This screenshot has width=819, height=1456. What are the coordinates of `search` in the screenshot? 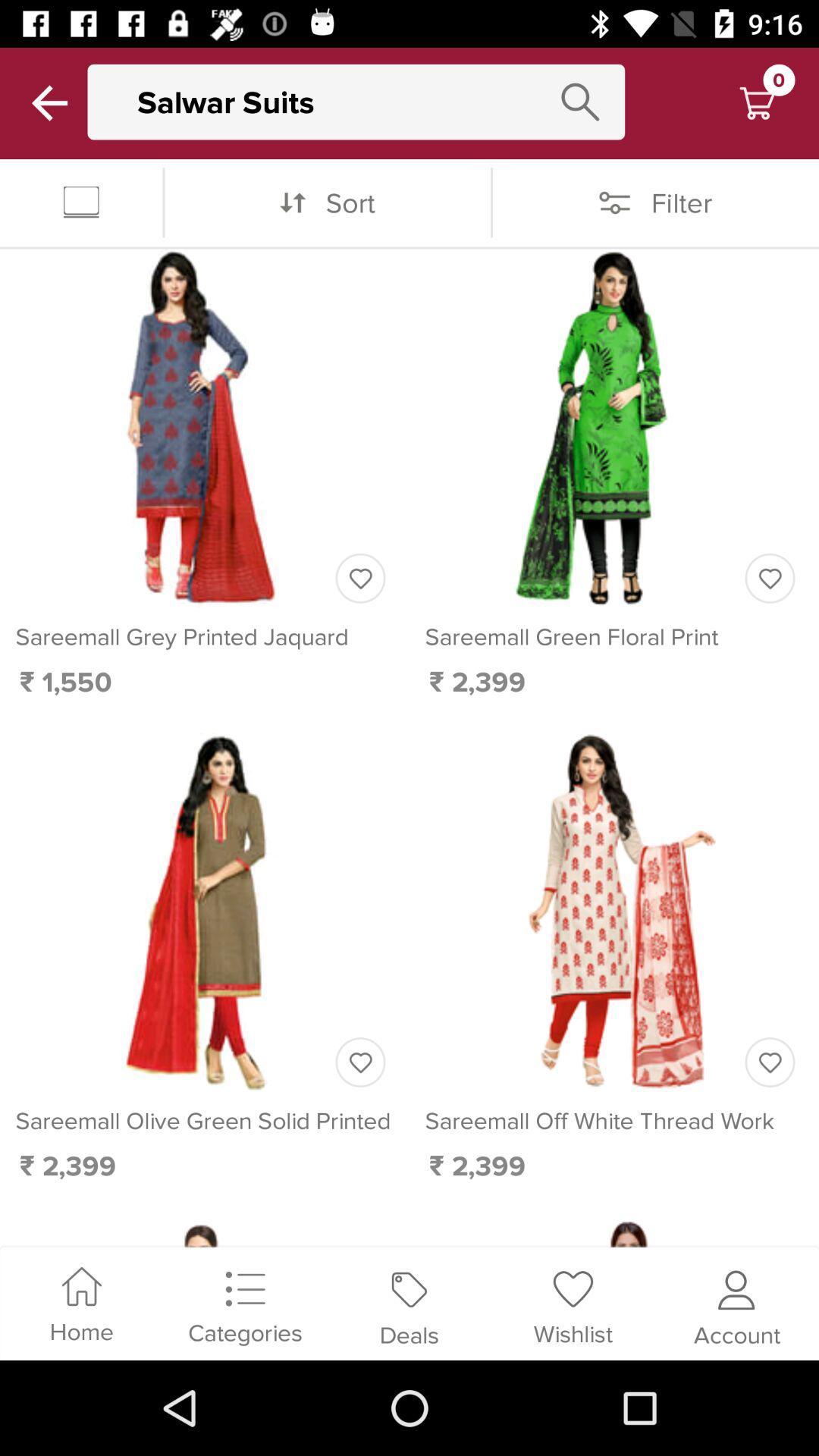 It's located at (580, 101).